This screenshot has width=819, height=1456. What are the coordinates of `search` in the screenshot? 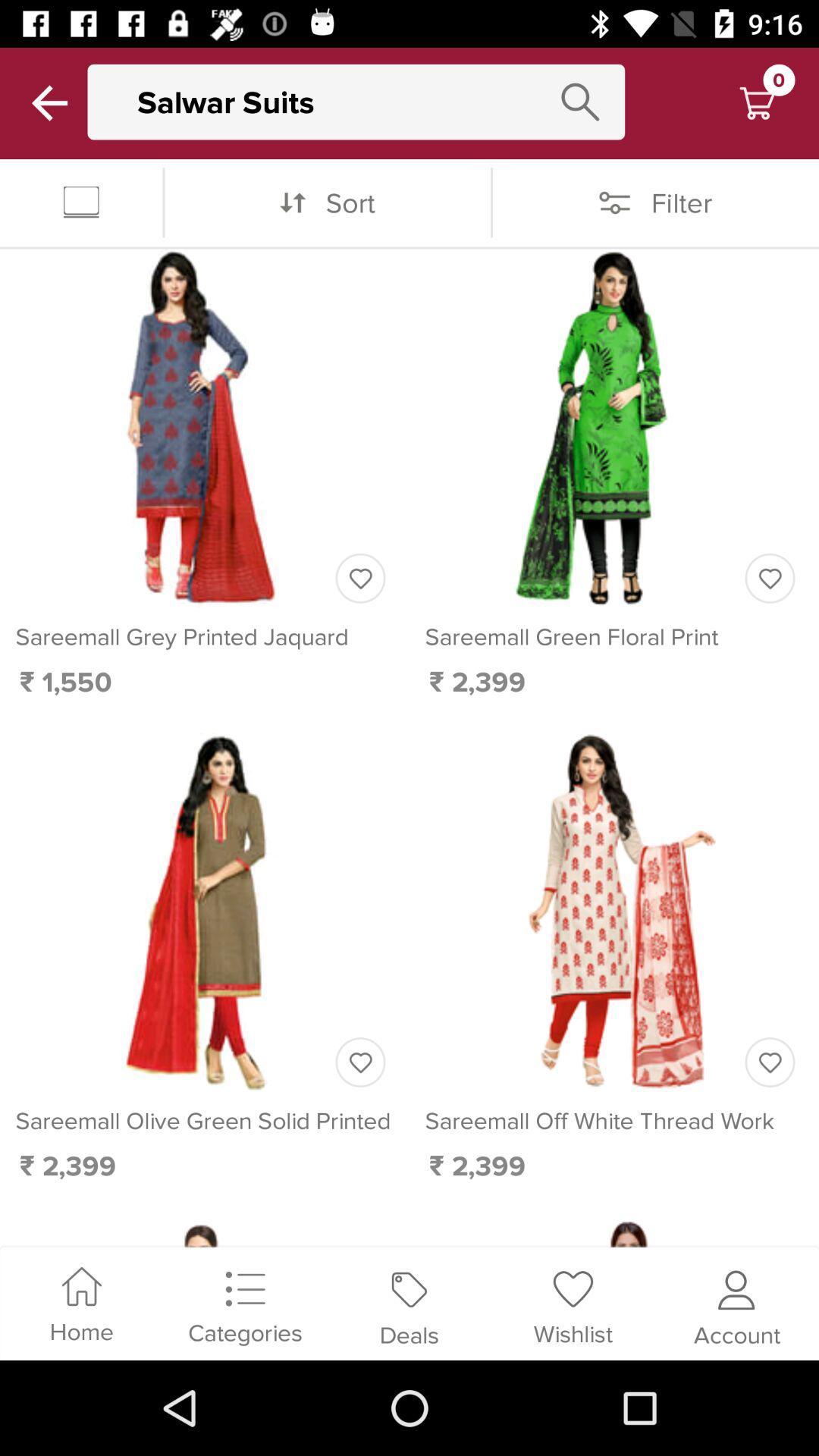 It's located at (580, 101).